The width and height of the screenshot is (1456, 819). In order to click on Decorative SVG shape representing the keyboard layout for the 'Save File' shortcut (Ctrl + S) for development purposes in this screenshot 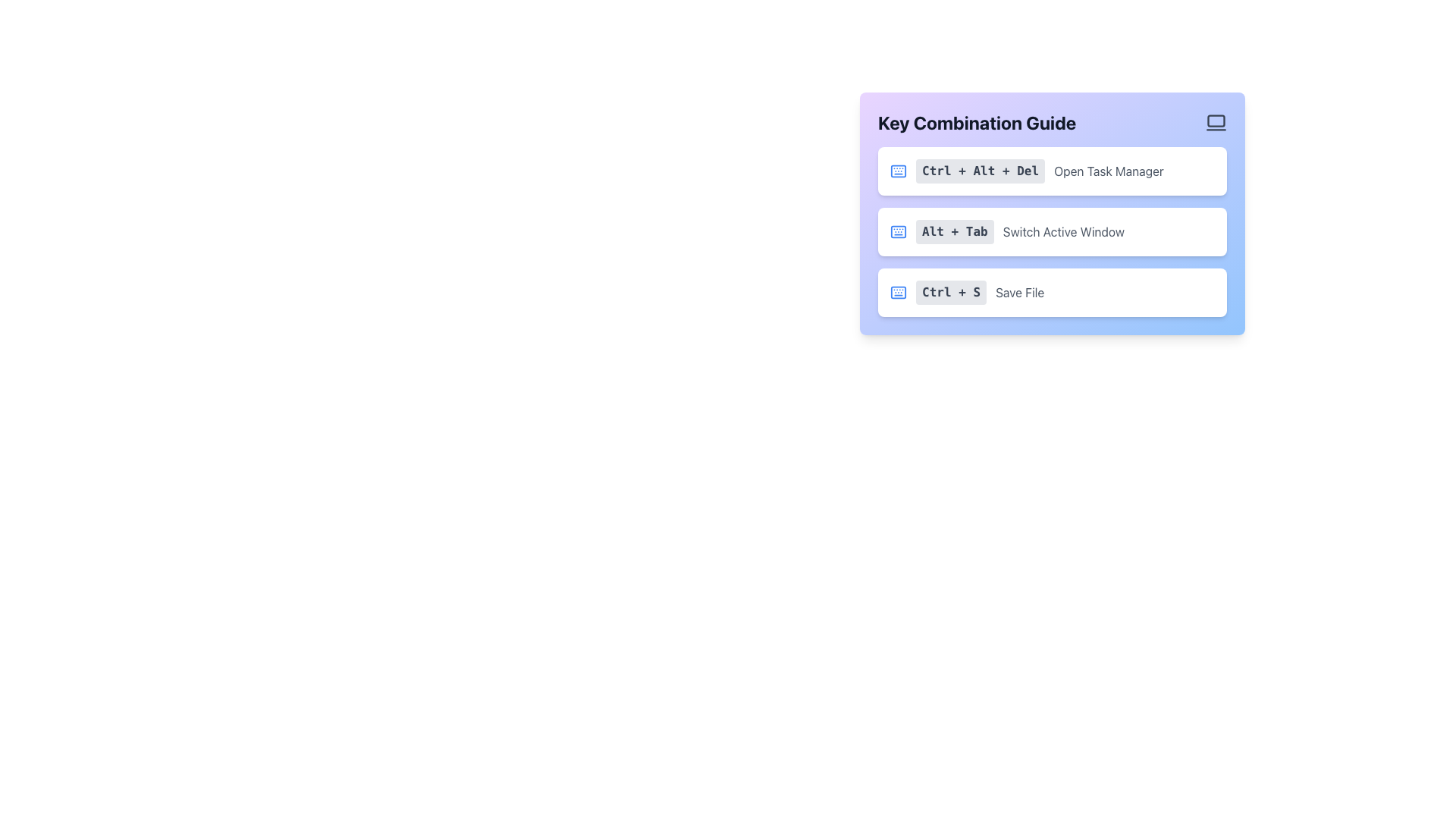, I will do `click(899, 292)`.